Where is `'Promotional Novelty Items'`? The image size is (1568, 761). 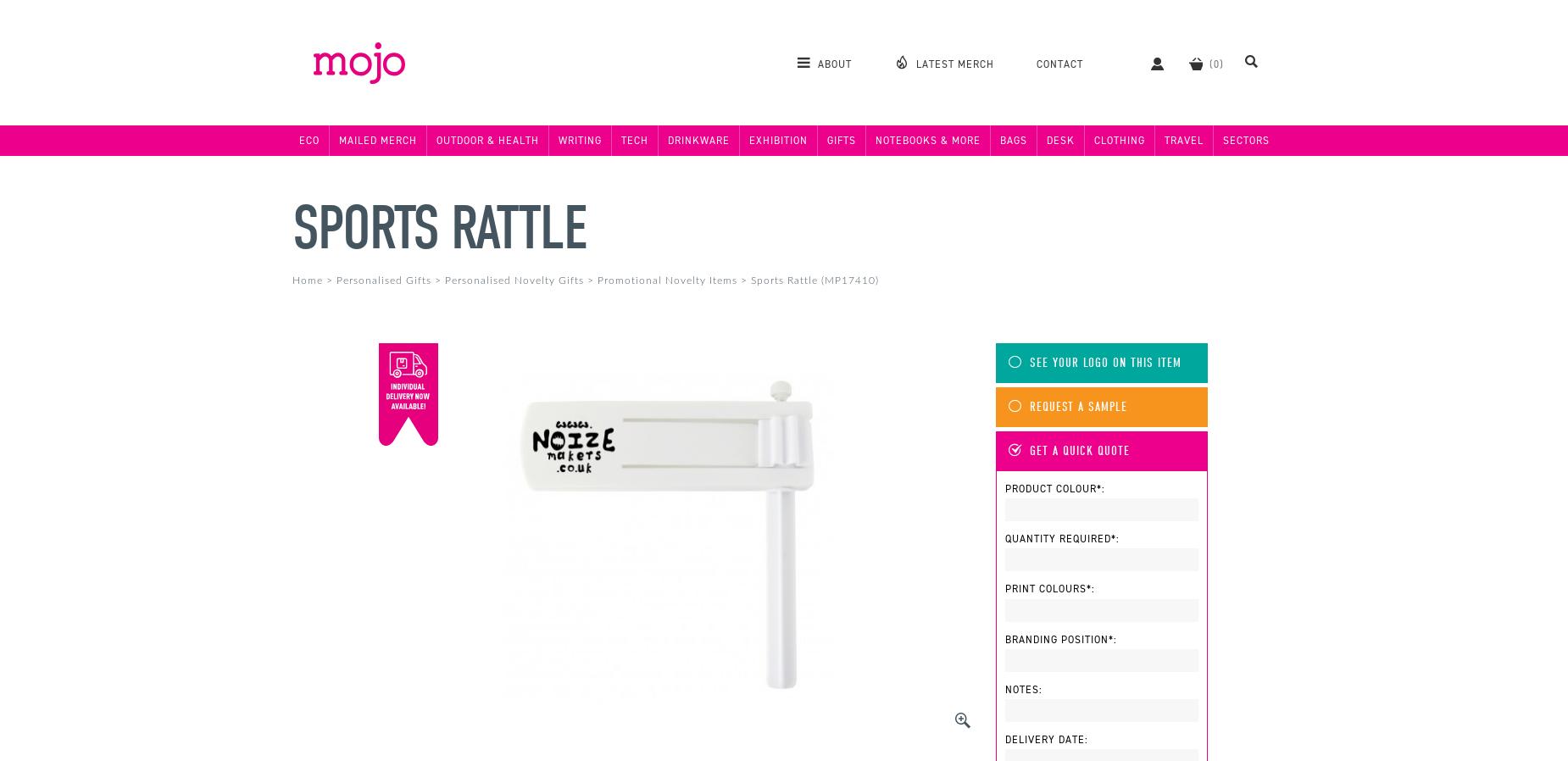
'Promotional Novelty Items' is located at coordinates (667, 281).